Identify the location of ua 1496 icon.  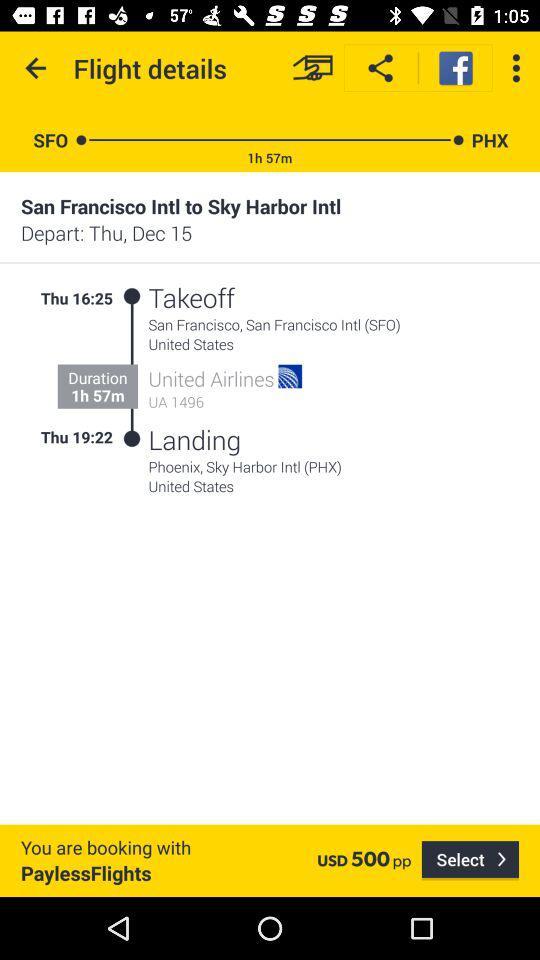
(226, 401).